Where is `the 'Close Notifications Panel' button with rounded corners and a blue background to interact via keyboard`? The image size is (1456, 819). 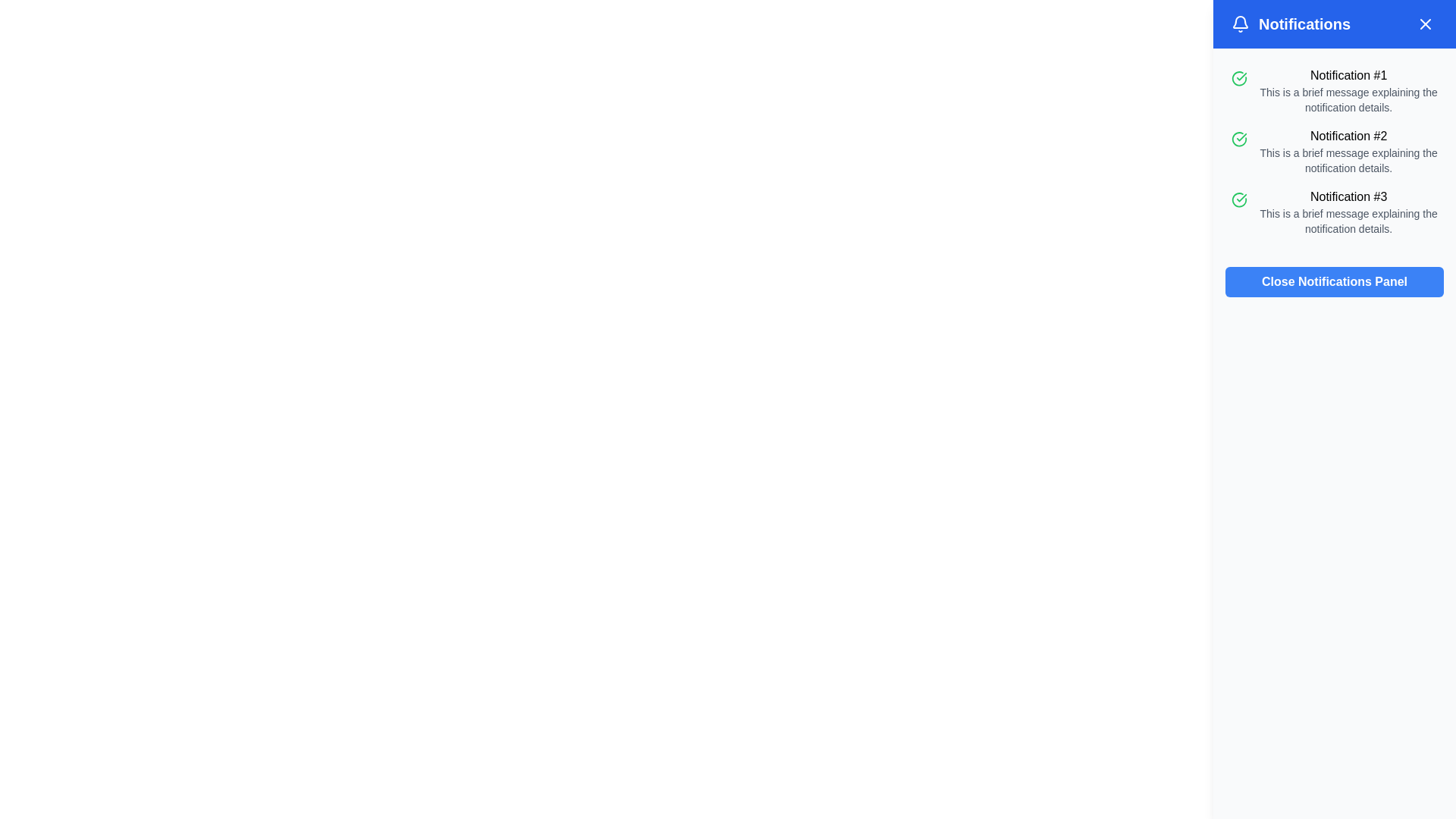 the 'Close Notifications Panel' button with rounded corners and a blue background to interact via keyboard is located at coordinates (1335, 281).